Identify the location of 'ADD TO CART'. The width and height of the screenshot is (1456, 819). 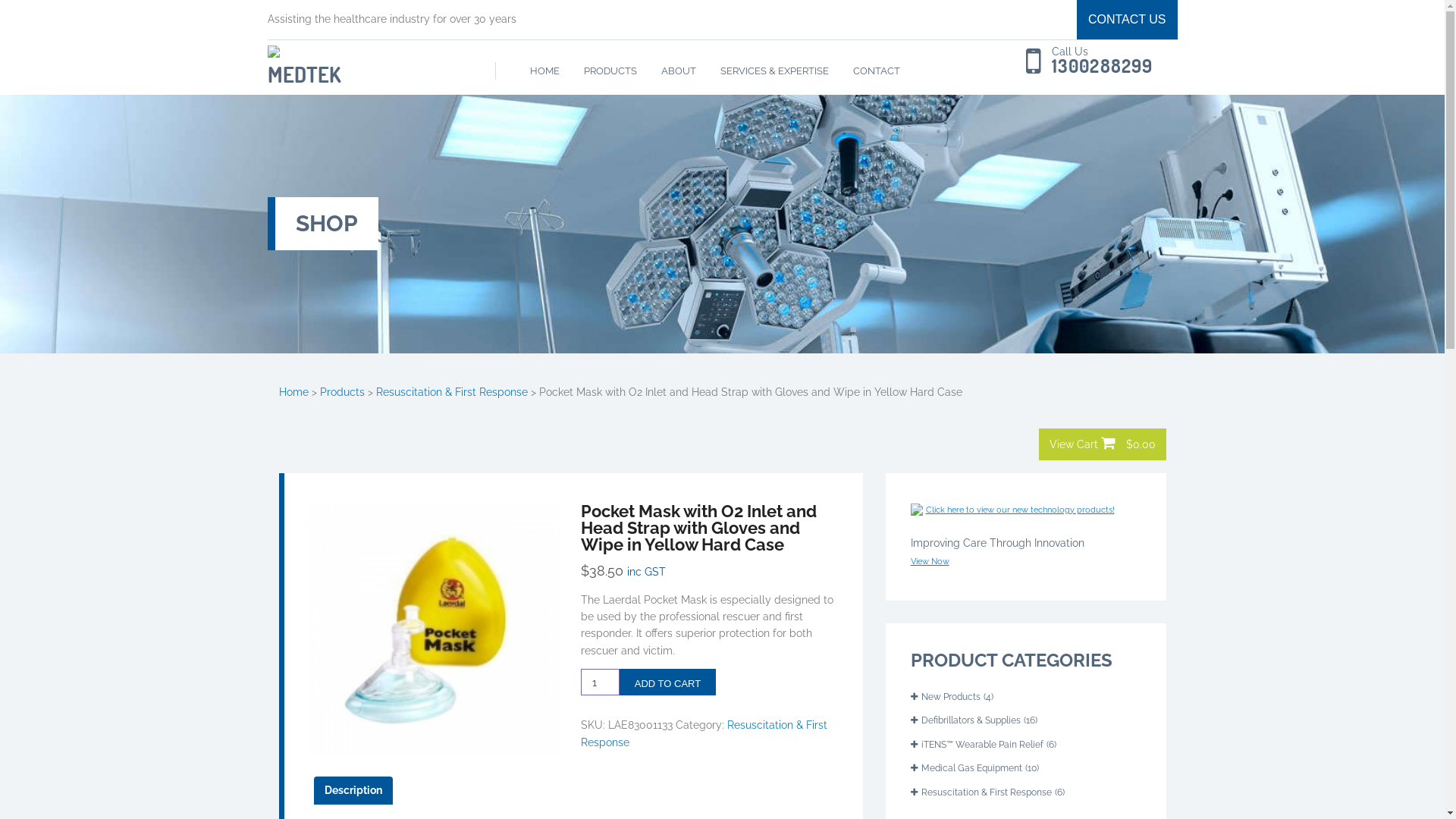
(619, 681).